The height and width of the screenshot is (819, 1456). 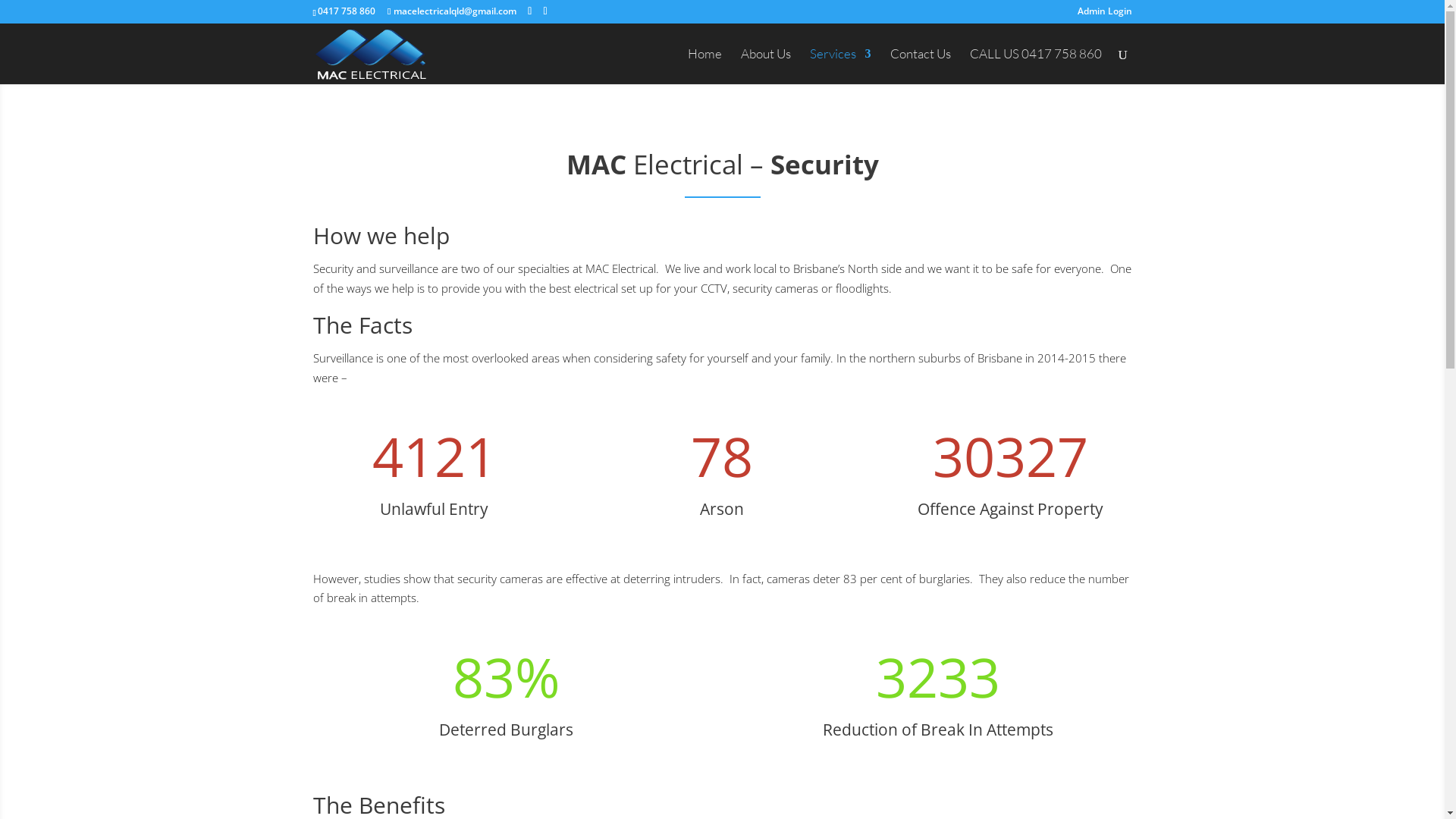 I want to click on 'About Us', so click(x=764, y=65).